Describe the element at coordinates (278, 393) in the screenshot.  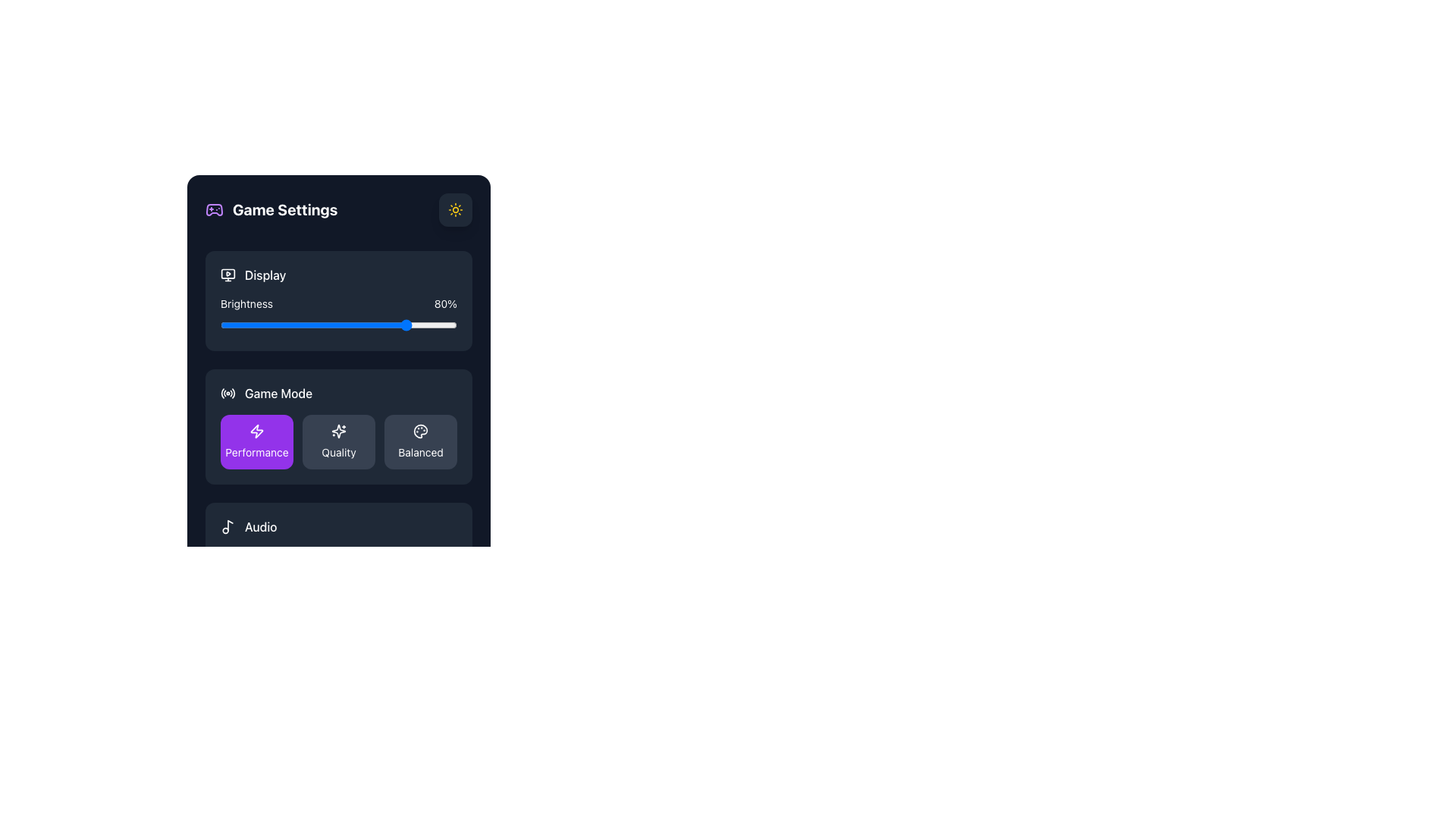
I see `'Game Mode' label text, which is displayed in white on a dark background, located above the selectable modes and to the right of a radio icon` at that location.